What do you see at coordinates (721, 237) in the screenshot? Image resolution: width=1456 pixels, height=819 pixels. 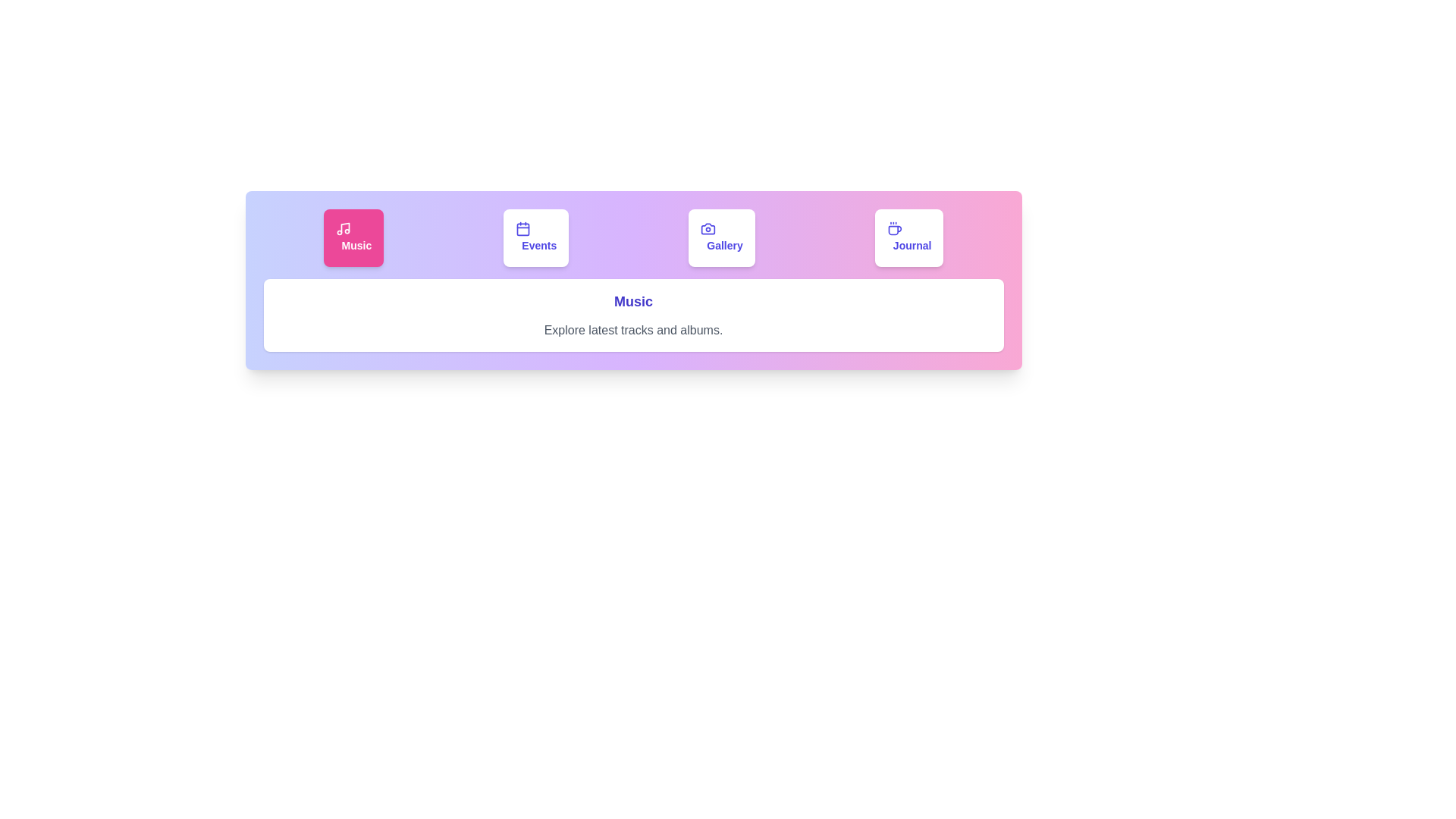 I see `the tab button labeled Gallery to observe visual feedback` at bounding box center [721, 237].